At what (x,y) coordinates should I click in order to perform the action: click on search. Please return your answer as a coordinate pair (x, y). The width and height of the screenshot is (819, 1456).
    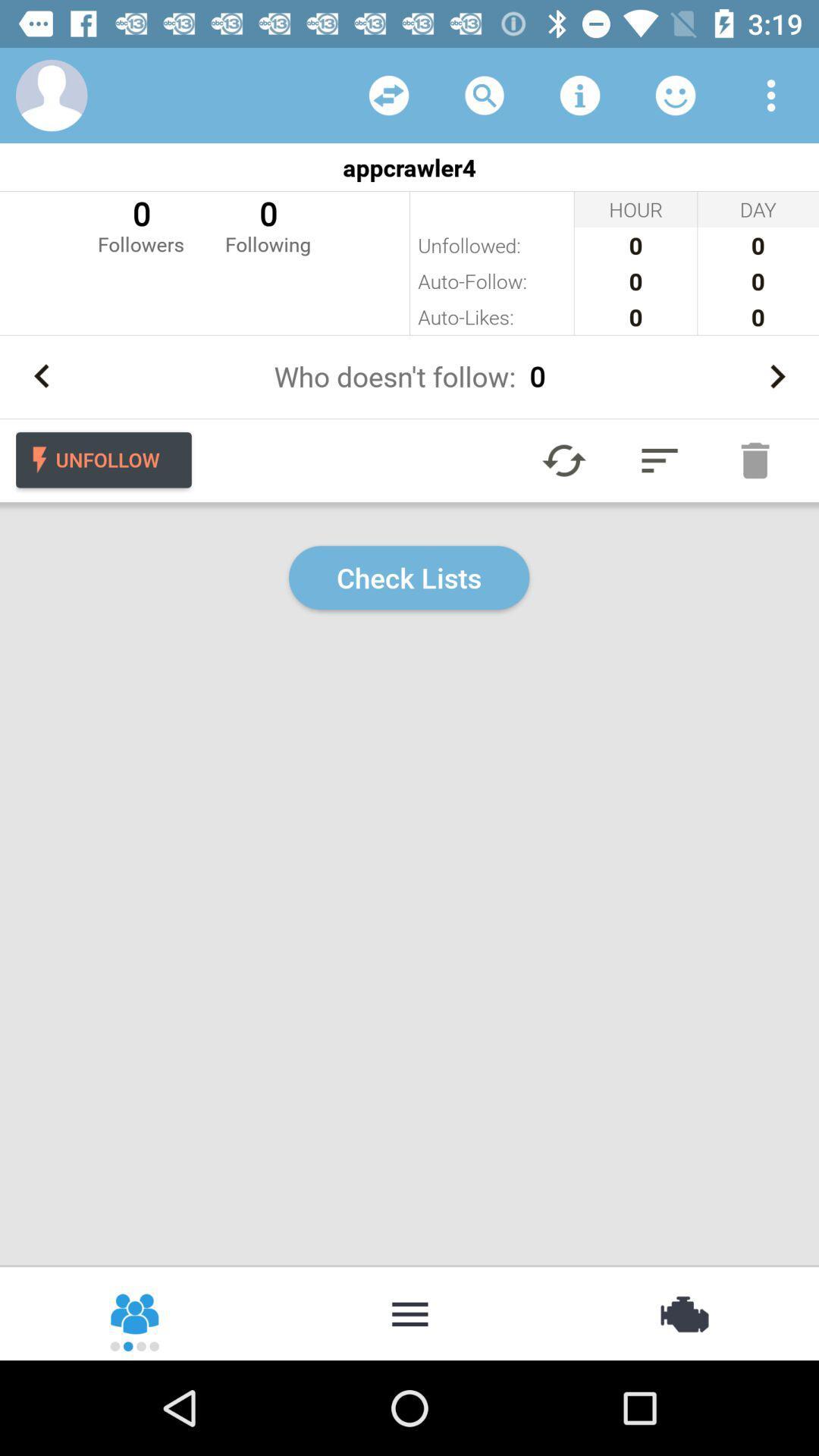
    Looking at the image, I should click on (485, 94).